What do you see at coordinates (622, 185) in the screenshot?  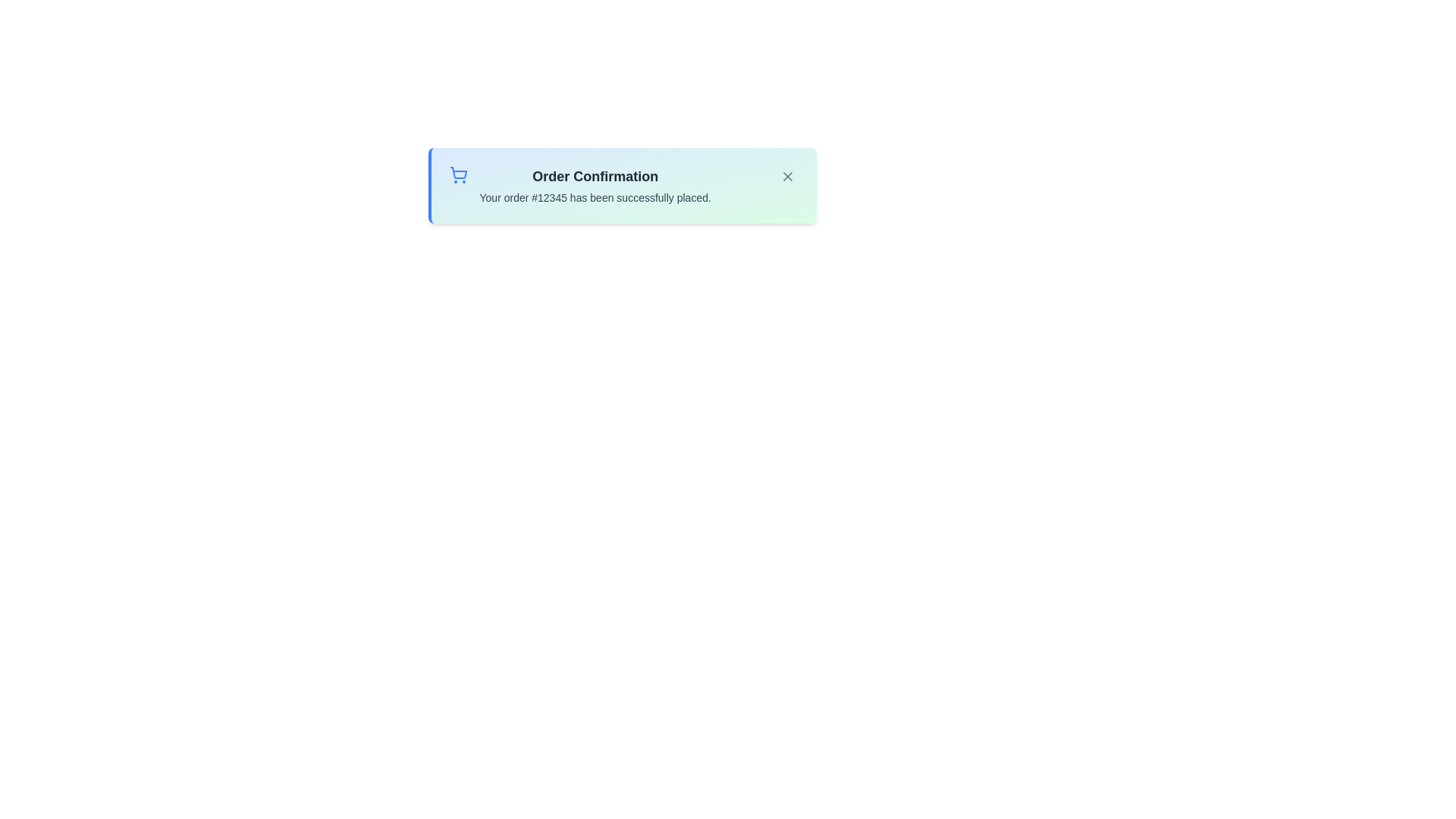 I see `the alert container to observe hover effects` at bounding box center [622, 185].